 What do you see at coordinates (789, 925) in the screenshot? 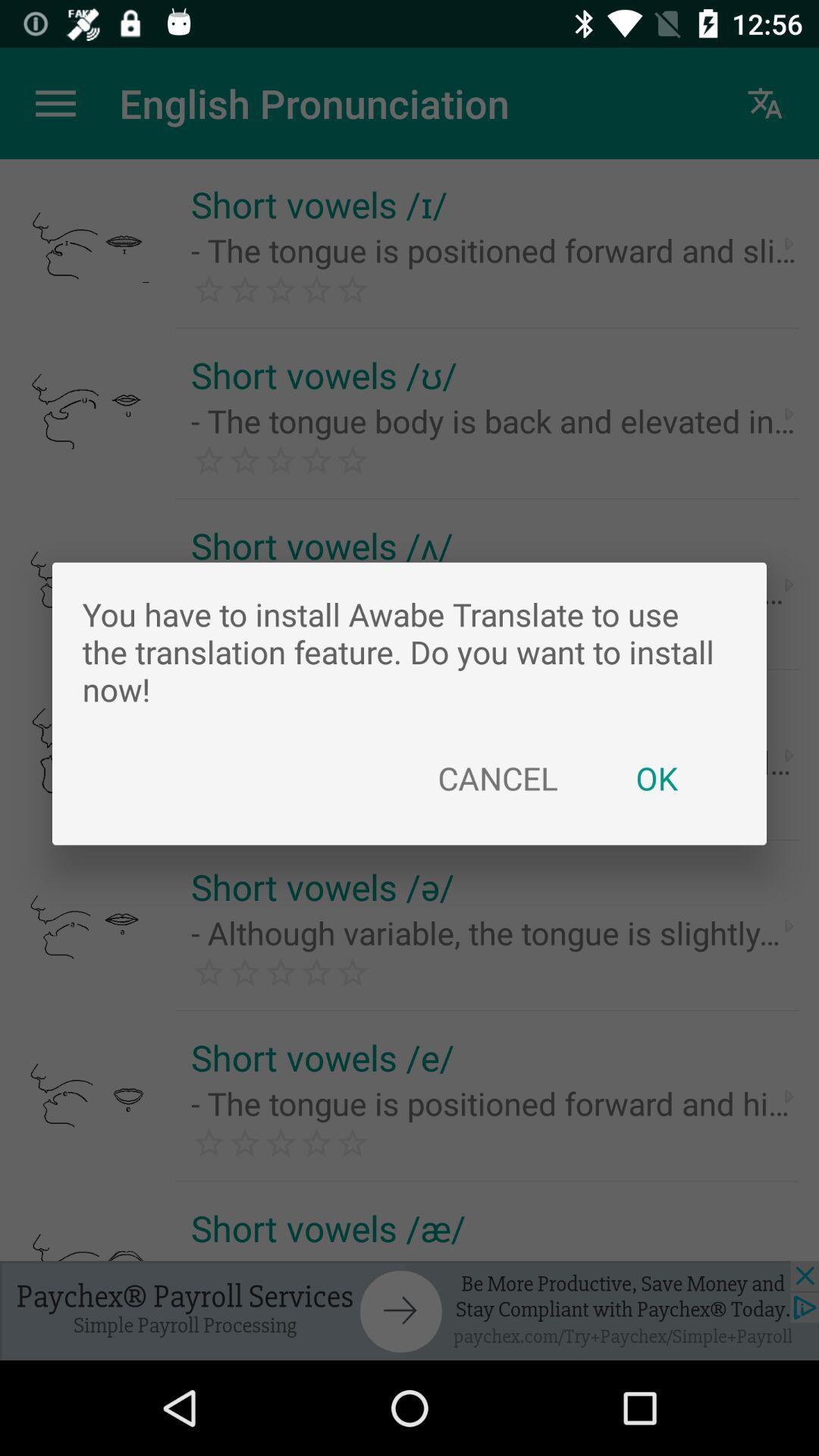
I see `the icon which is beside short vowels e` at bounding box center [789, 925].